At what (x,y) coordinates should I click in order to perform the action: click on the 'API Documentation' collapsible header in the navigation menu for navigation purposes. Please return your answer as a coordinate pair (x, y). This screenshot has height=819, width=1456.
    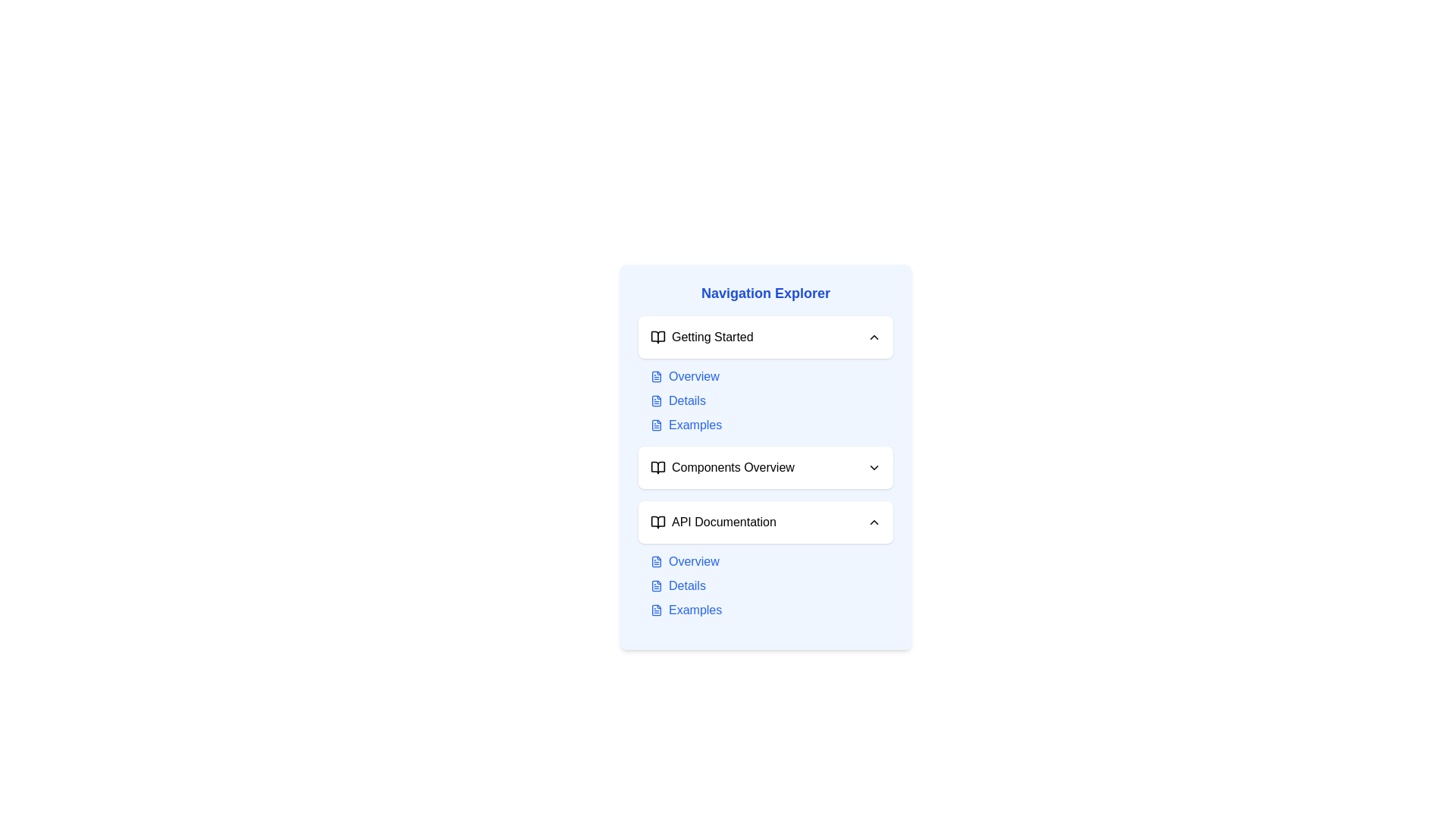
    Looking at the image, I should click on (765, 522).